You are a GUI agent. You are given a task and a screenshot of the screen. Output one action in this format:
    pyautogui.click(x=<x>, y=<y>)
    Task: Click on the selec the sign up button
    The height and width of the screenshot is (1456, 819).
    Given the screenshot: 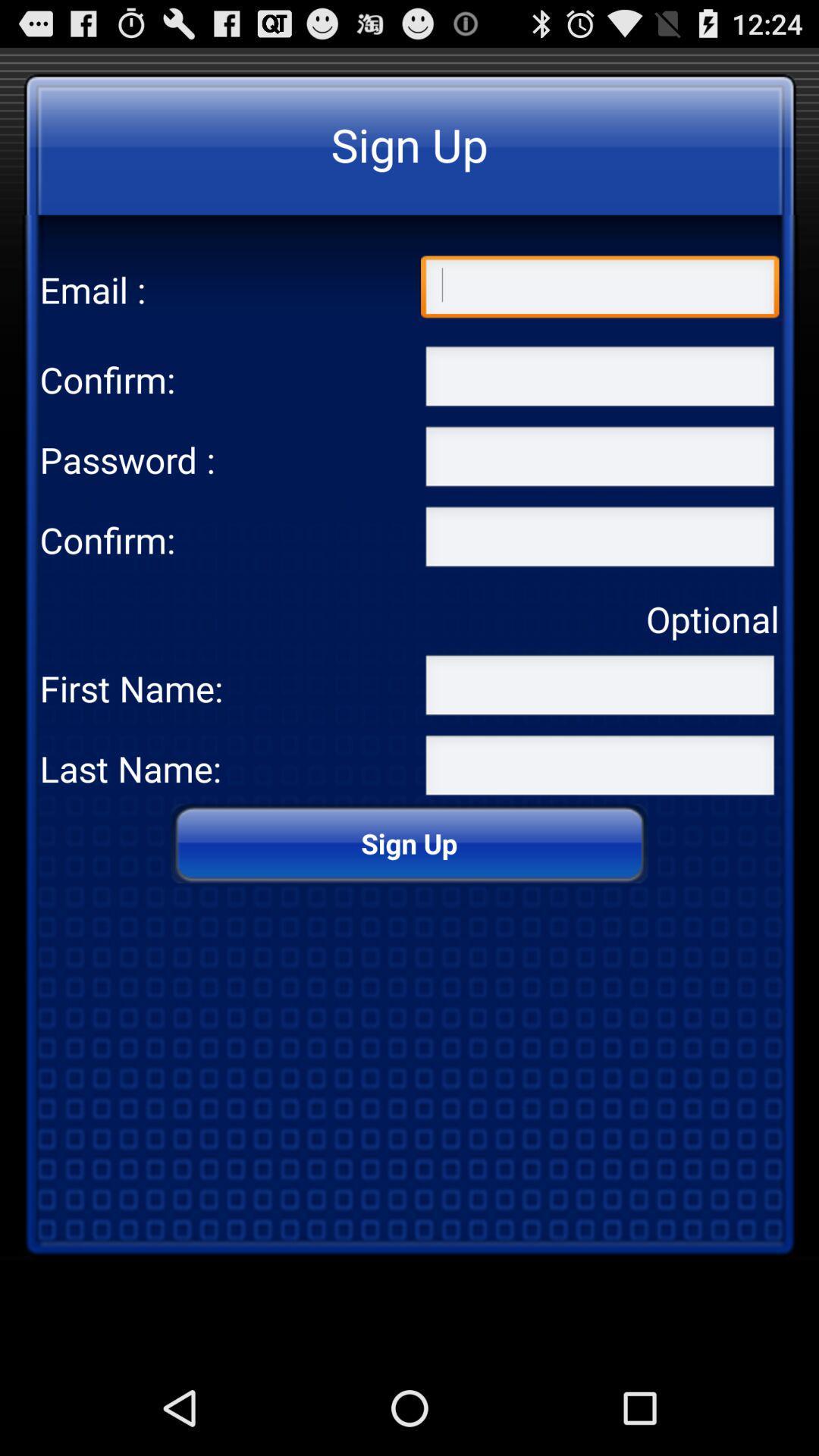 What is the action you would take?
    pyautogui.click(x=599, y=540)
    